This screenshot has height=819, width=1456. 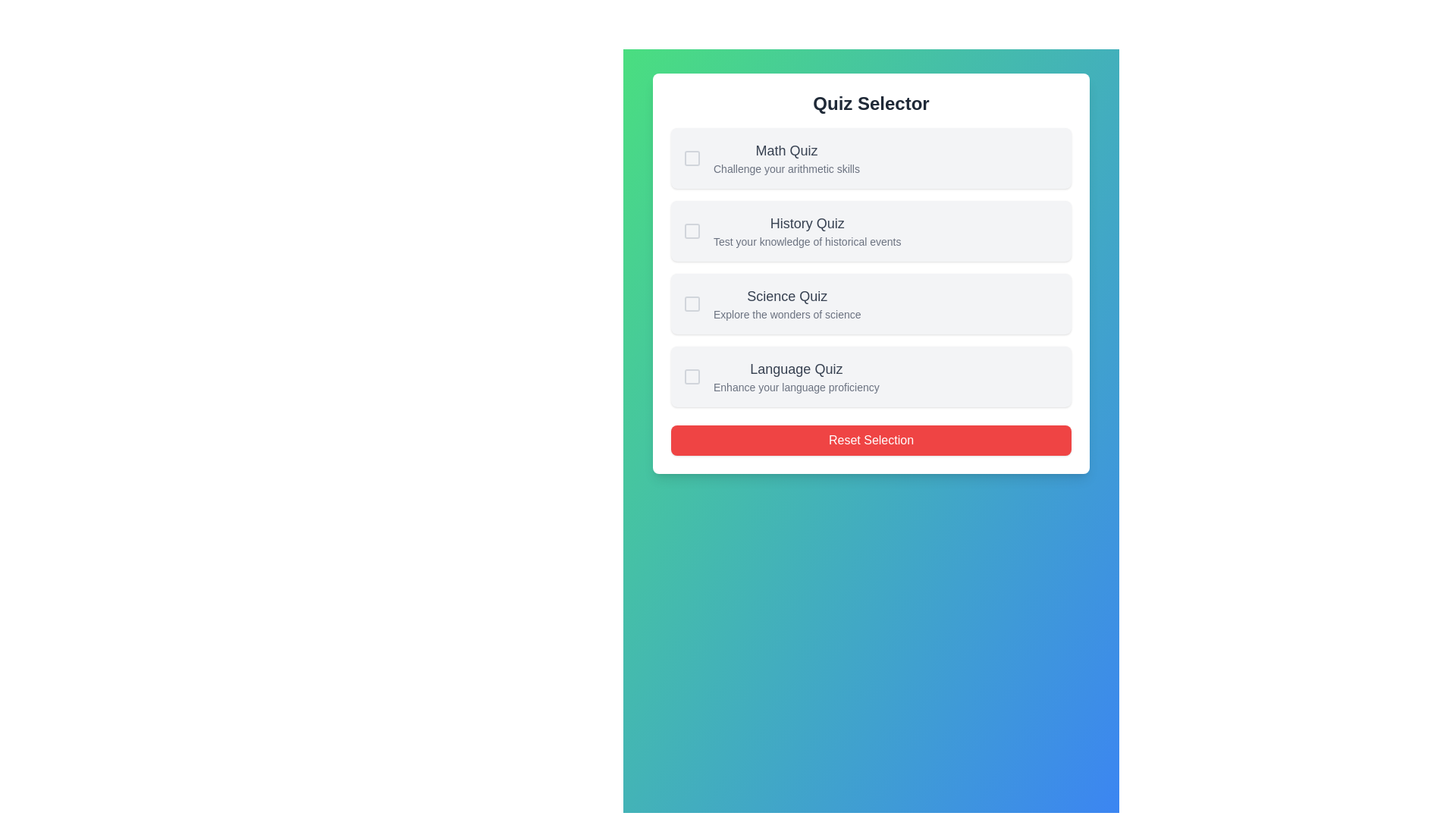 I want to click on 'Reset Selection' button to clear all selections, so click(x=871, y=441).